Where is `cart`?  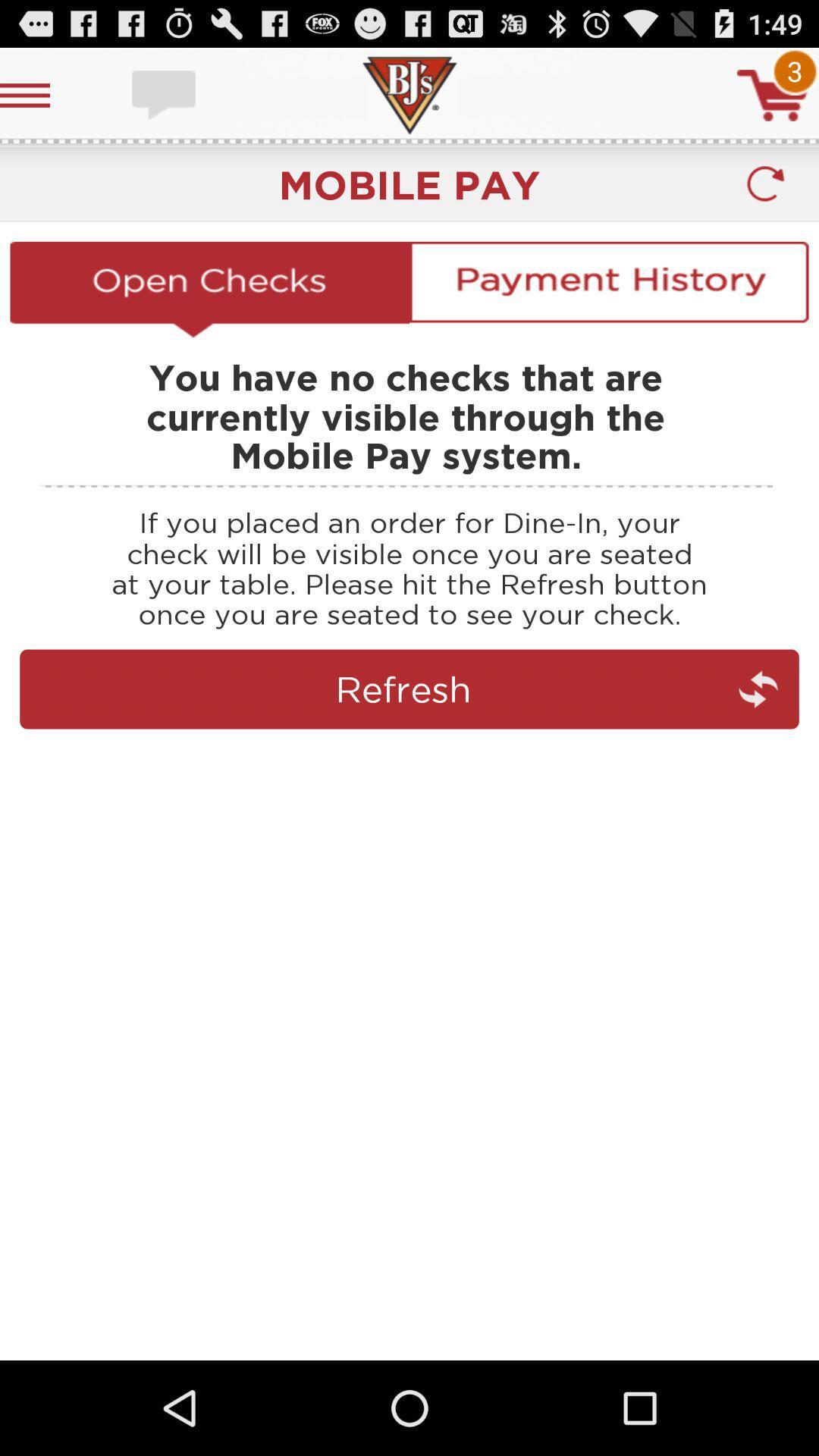 cart is located at coordinates (773, 94).